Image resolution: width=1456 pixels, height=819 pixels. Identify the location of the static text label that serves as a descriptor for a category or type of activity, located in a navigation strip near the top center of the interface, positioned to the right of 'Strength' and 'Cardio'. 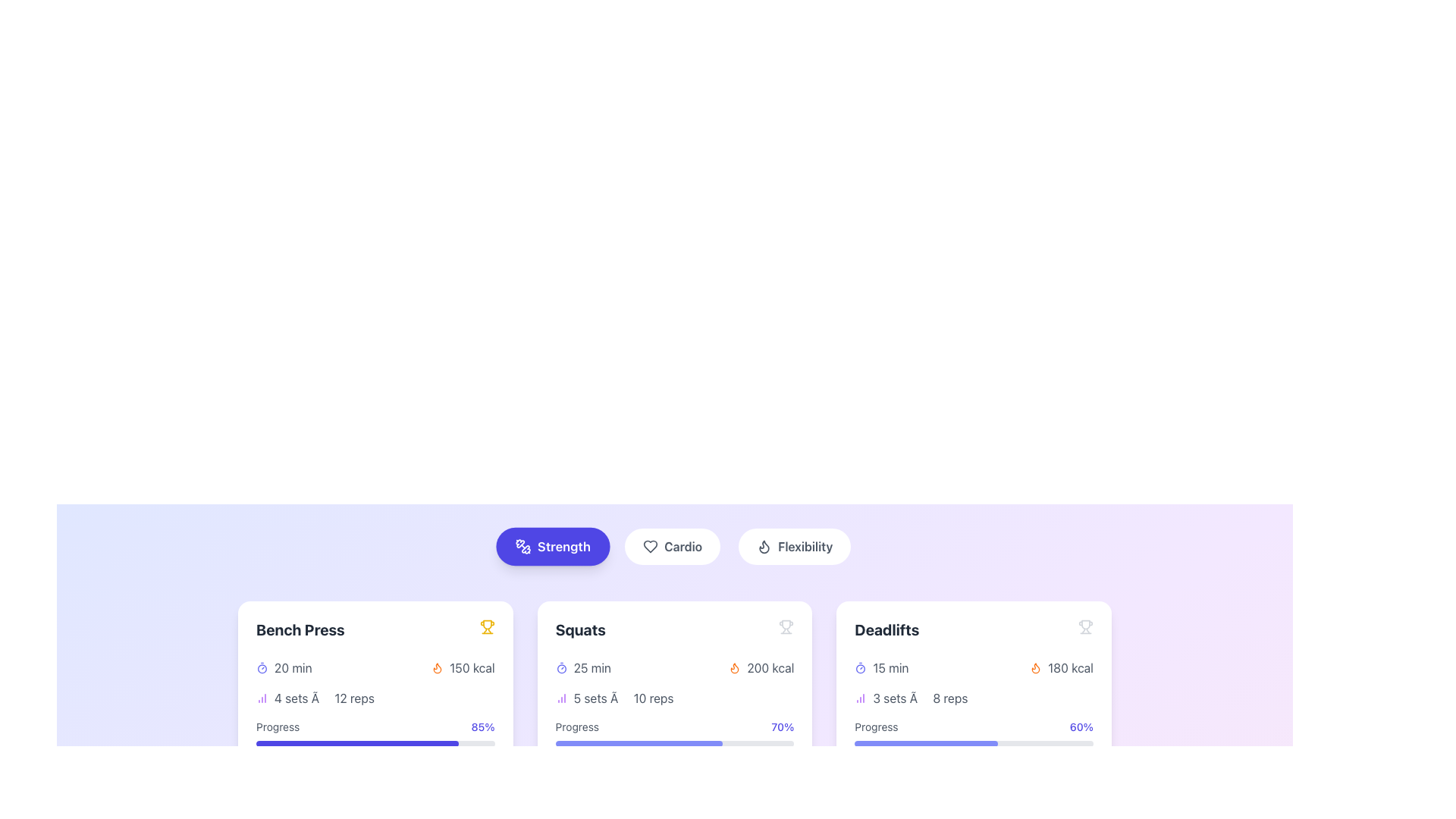
(805, 547).